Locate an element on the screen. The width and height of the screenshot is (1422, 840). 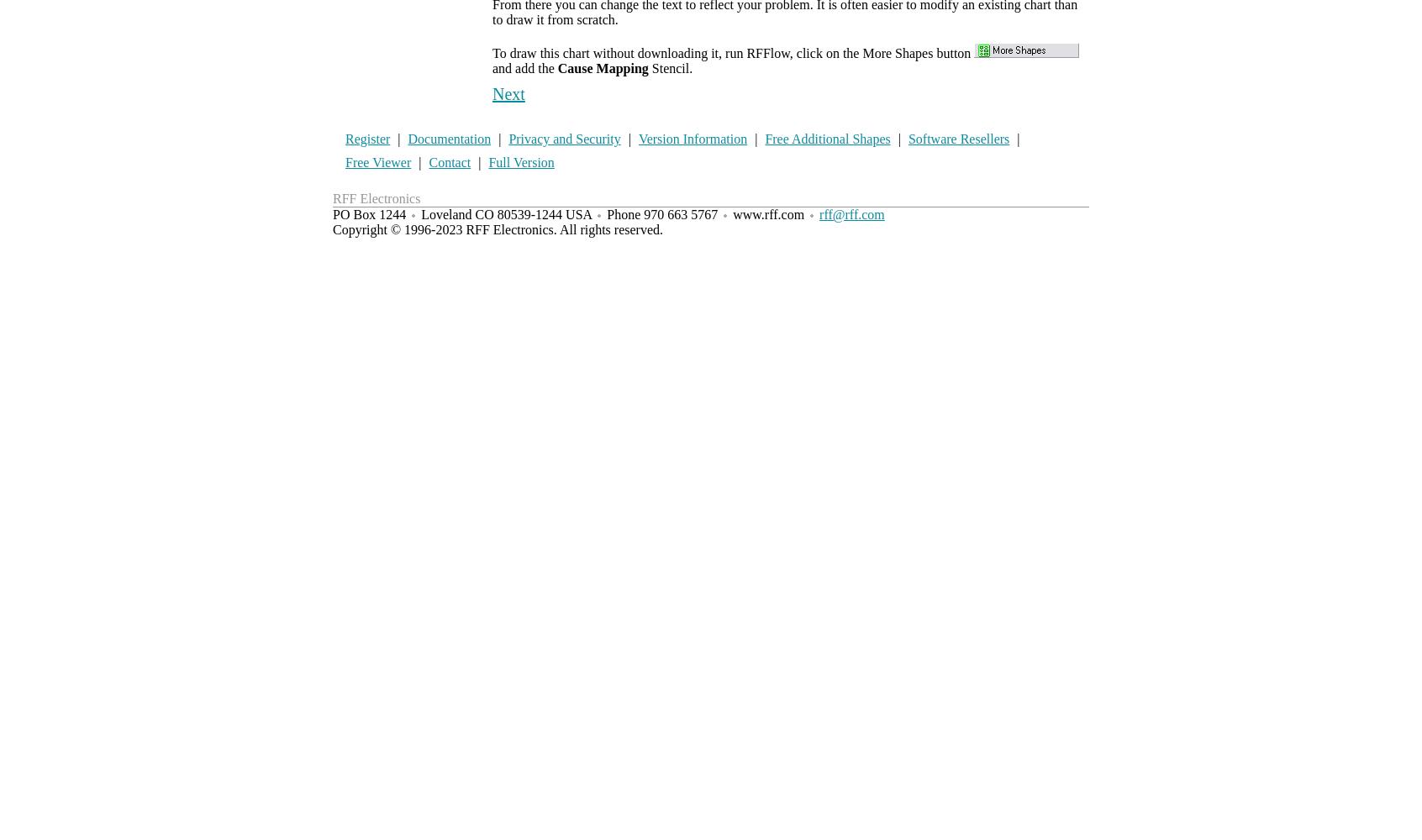
'Register' is located at coordinates (366, 139).